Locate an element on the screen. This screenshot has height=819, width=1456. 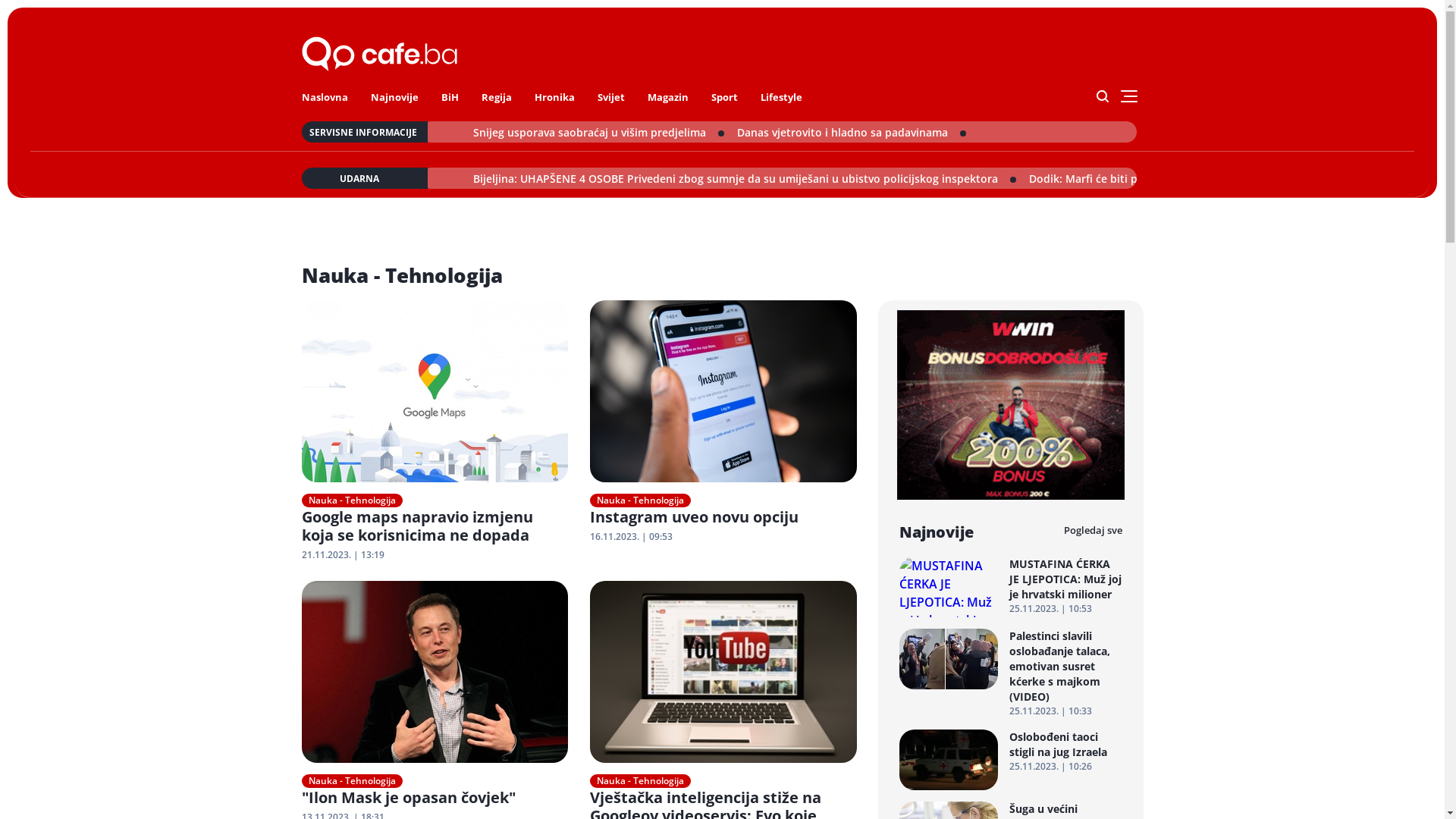
'Najnovije' is located at coordinates (394, 96).